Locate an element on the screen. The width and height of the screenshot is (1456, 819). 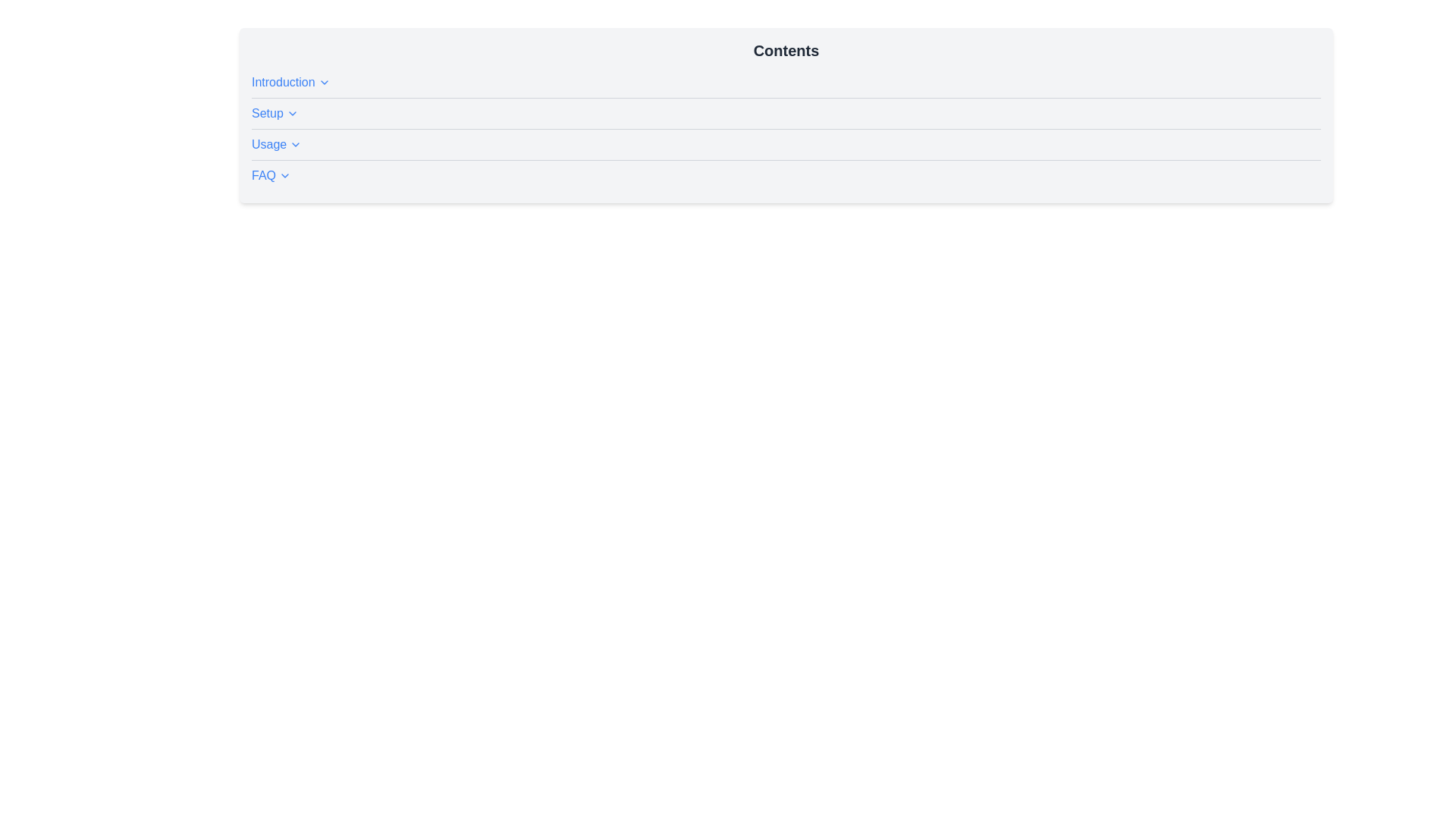
the interactive 'FAQ' link with a blue font color and an underline, which is the fourth item in the list is located at coordinates (786, 174).